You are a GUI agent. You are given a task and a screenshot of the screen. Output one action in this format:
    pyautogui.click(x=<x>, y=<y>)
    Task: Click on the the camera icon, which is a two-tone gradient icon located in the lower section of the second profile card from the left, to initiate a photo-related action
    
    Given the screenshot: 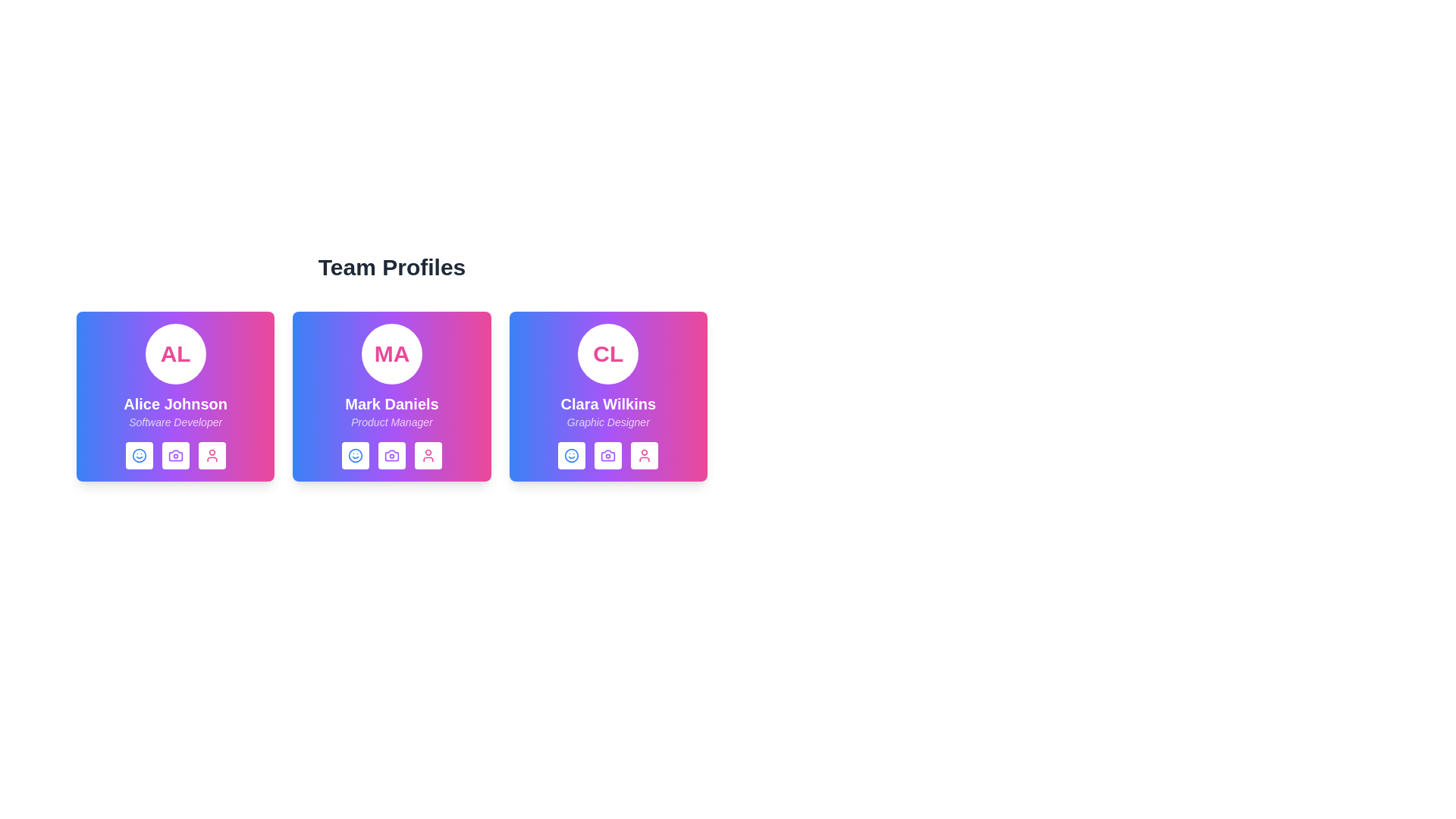 What is the action you would take?
    pyautogui.click(x=392, y=455)
    